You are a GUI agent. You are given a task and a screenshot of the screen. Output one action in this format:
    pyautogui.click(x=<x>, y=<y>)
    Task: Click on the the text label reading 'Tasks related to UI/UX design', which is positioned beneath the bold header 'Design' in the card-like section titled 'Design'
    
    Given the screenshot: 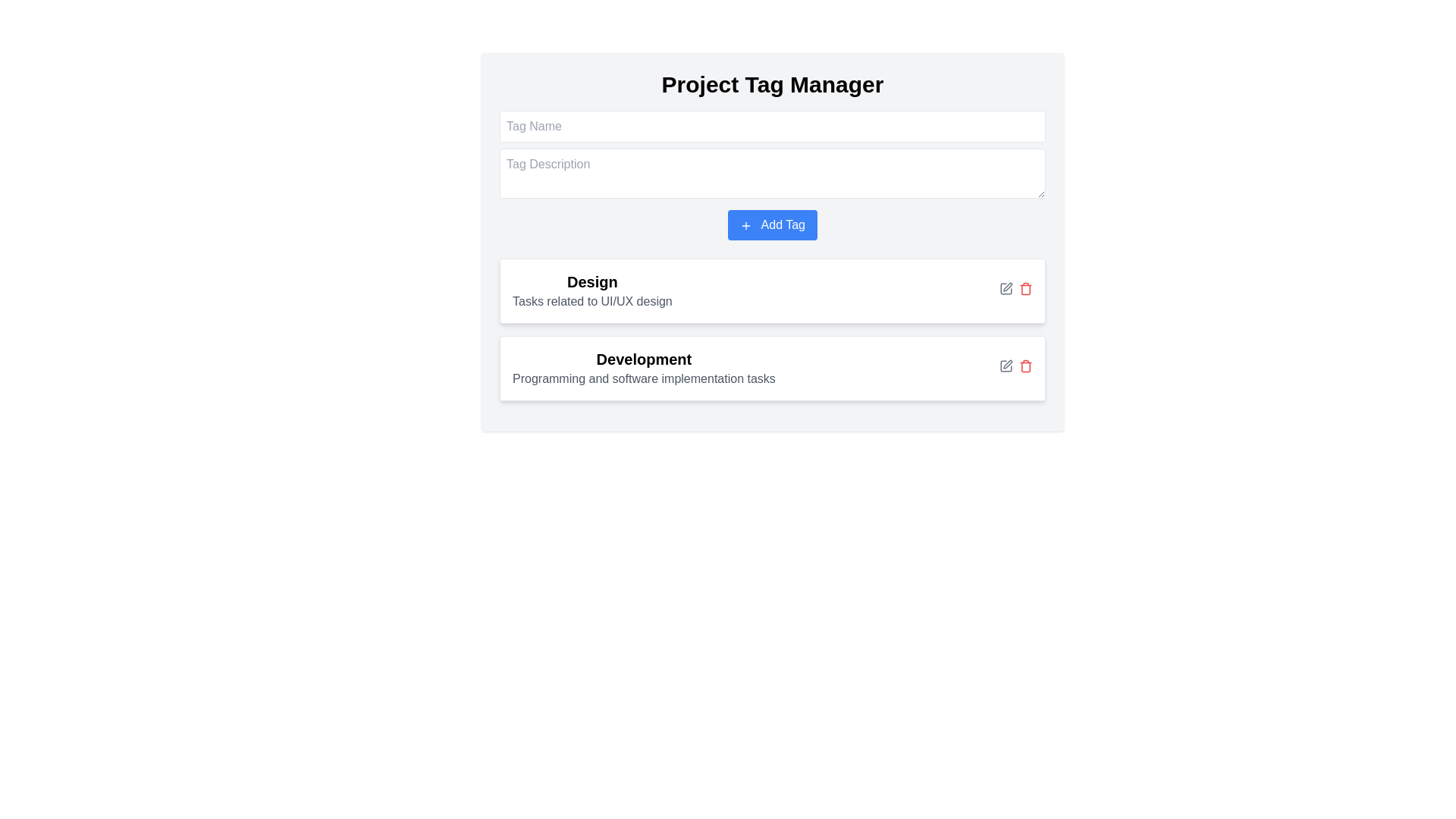 What is the action you would take?
    pyautogui.click(x=591, y=301)
    